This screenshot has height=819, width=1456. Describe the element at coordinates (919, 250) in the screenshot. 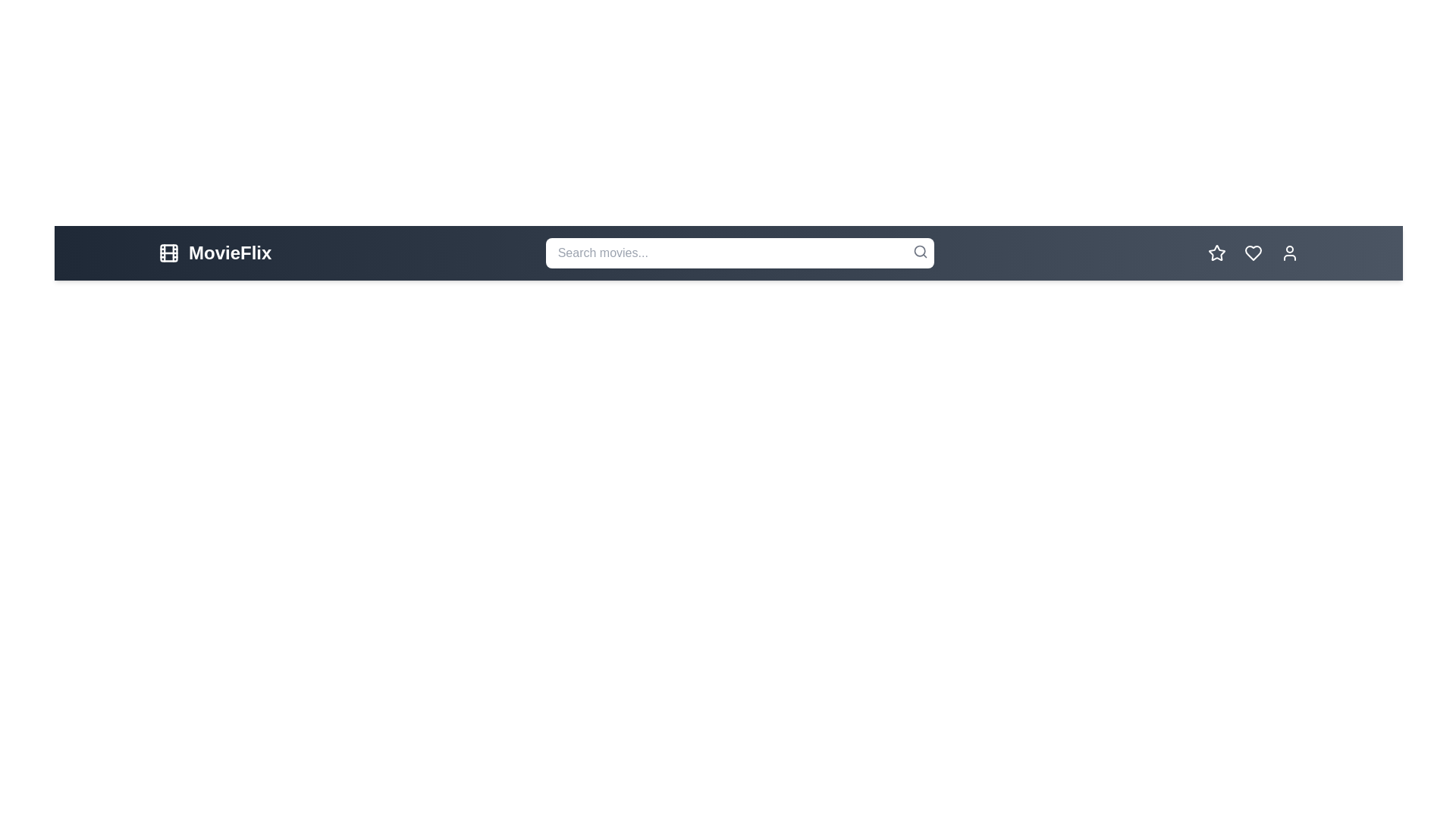

I see `the search icon located at the right of the search bar` at that location.